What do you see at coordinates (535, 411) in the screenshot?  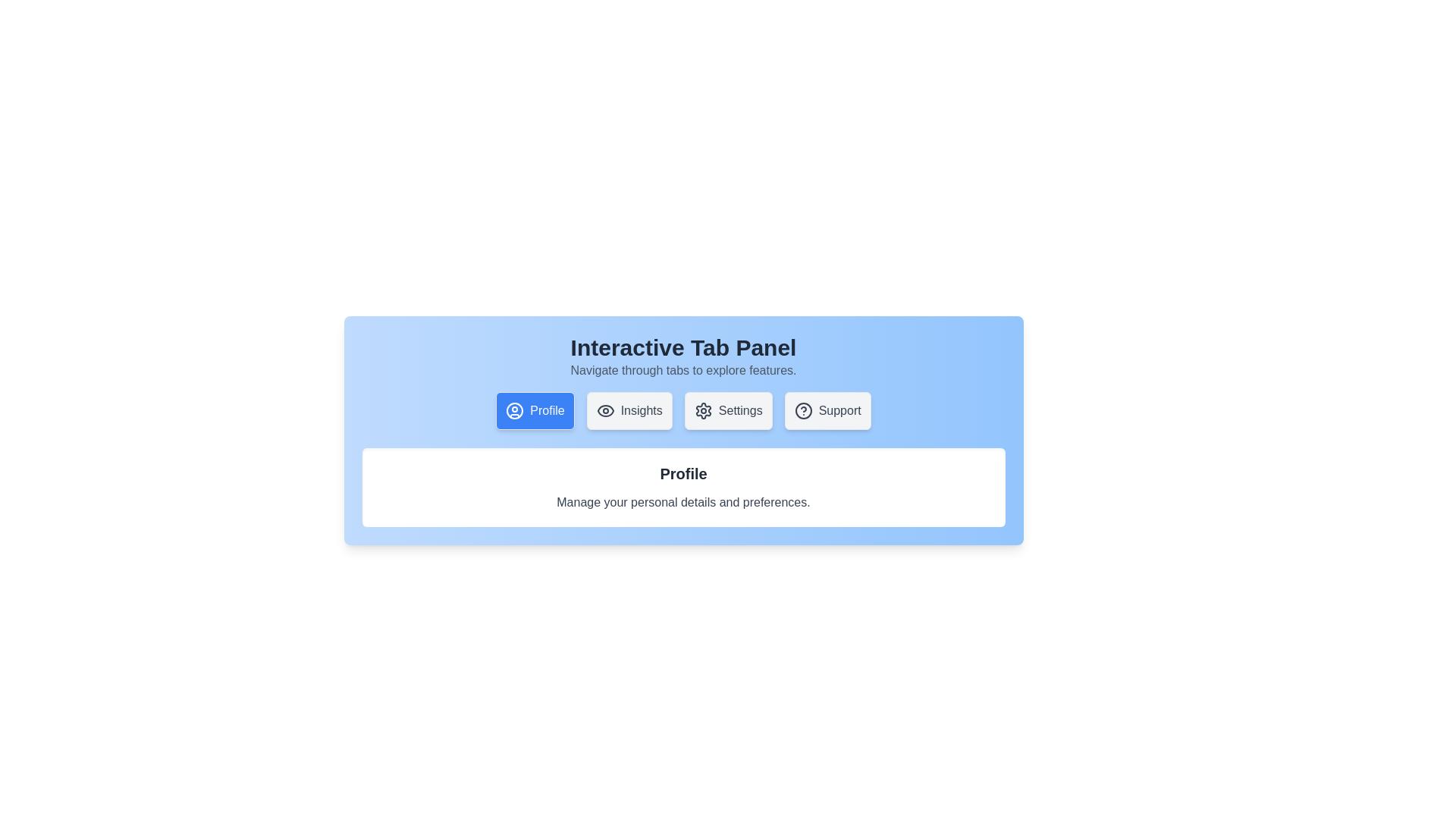 I see `the tab labeled Profile to observe its hover effect` at bounding box center [535, 411].